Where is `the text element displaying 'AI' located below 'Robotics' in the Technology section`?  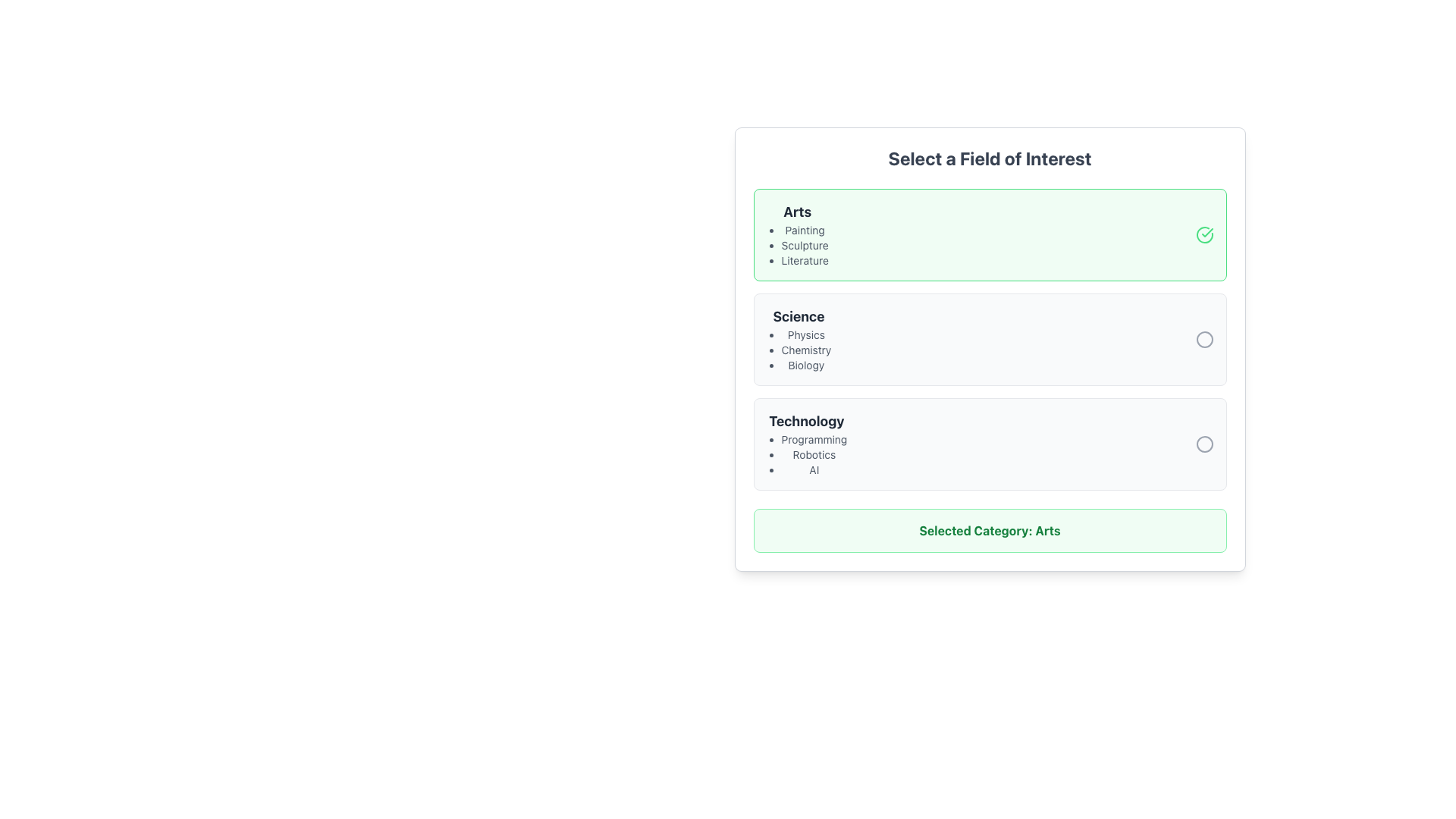 the text element displaying 'AI' located below 'Robotics' in the Technology section is located at coordinates (813, 469).